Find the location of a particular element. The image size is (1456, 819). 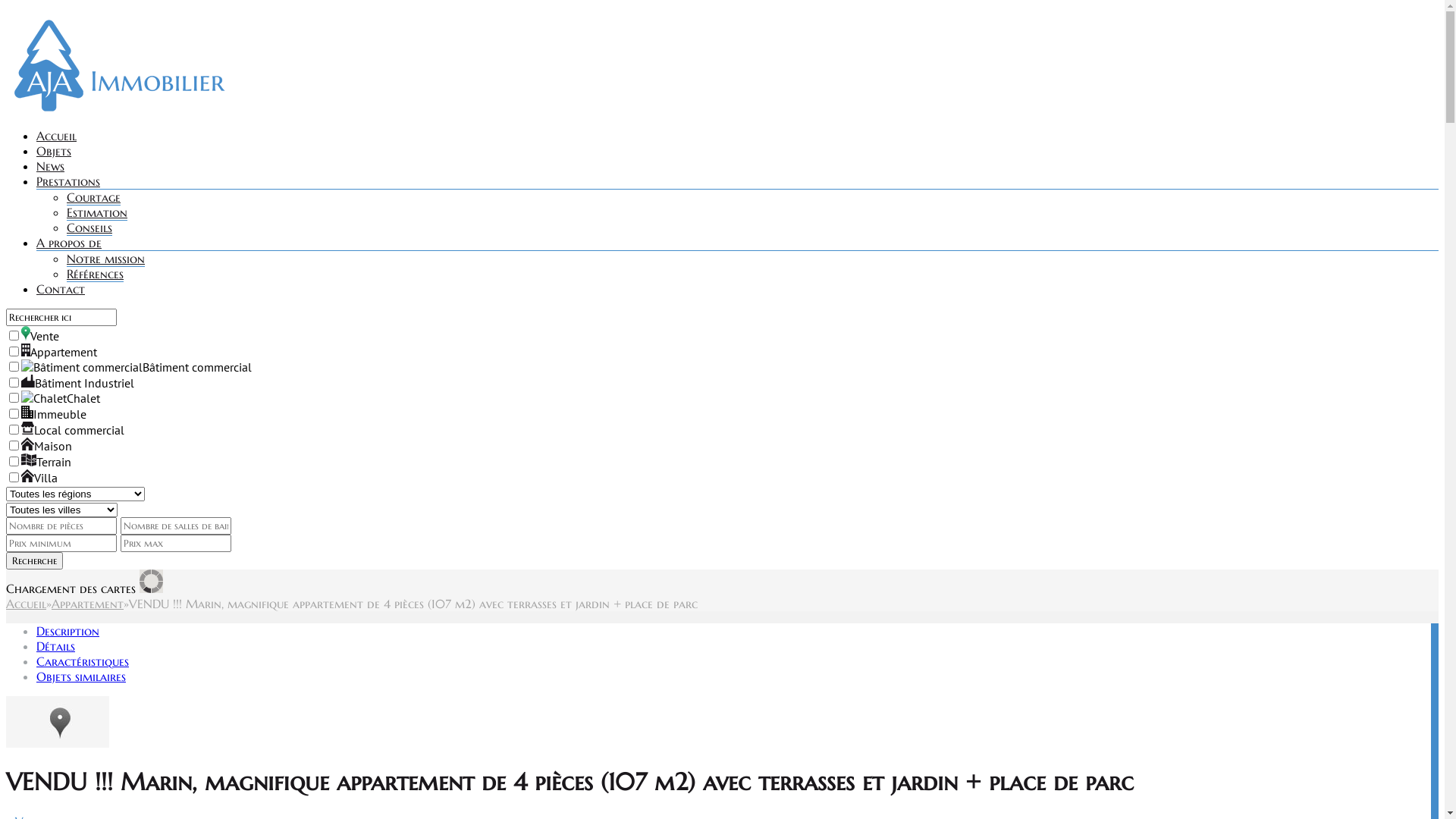

'A propos de' is located at coordinates (68, 242).